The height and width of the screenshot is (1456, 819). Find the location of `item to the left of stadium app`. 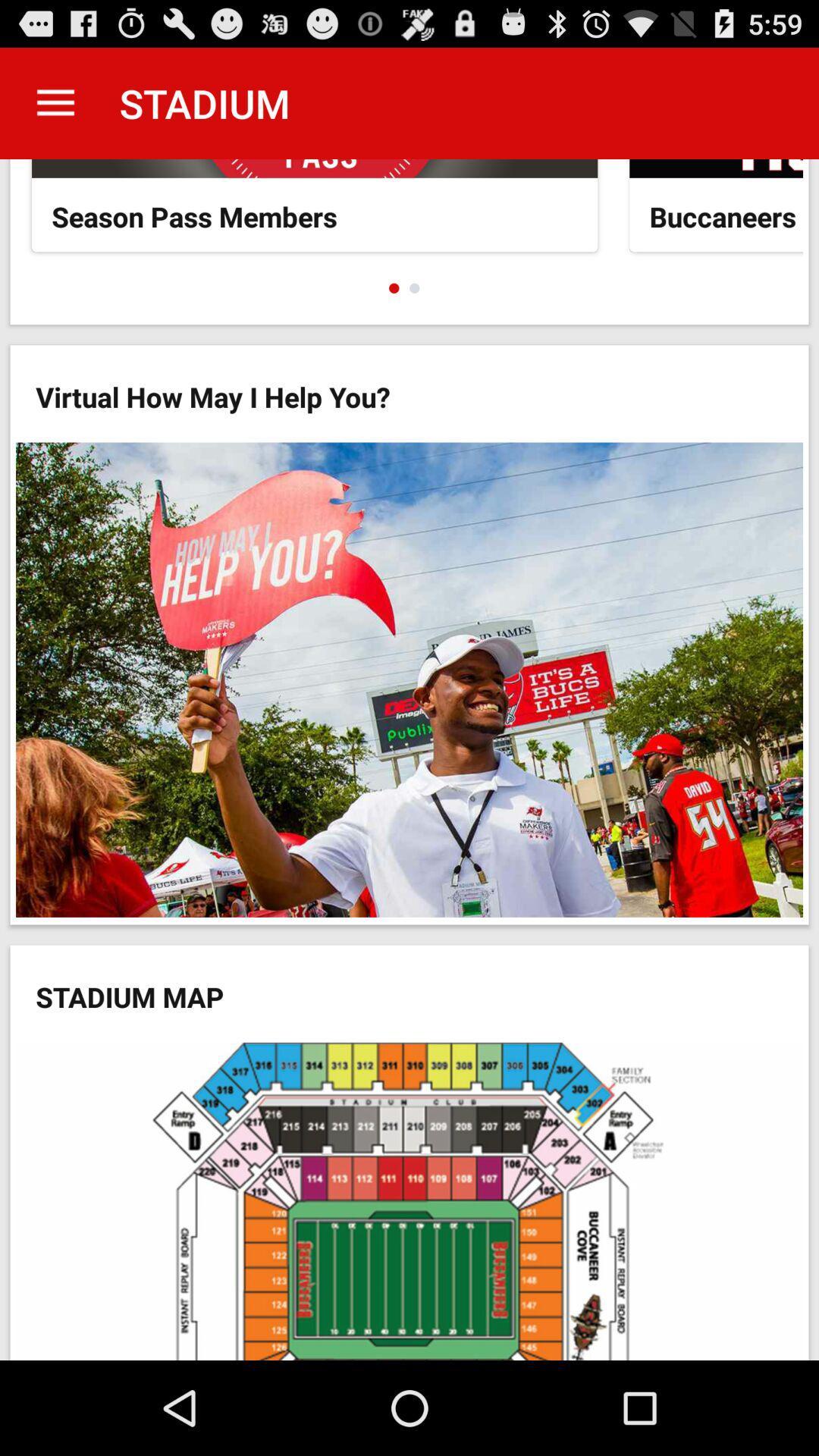

item to the left of stadium app is located at coordinates (55, 102).